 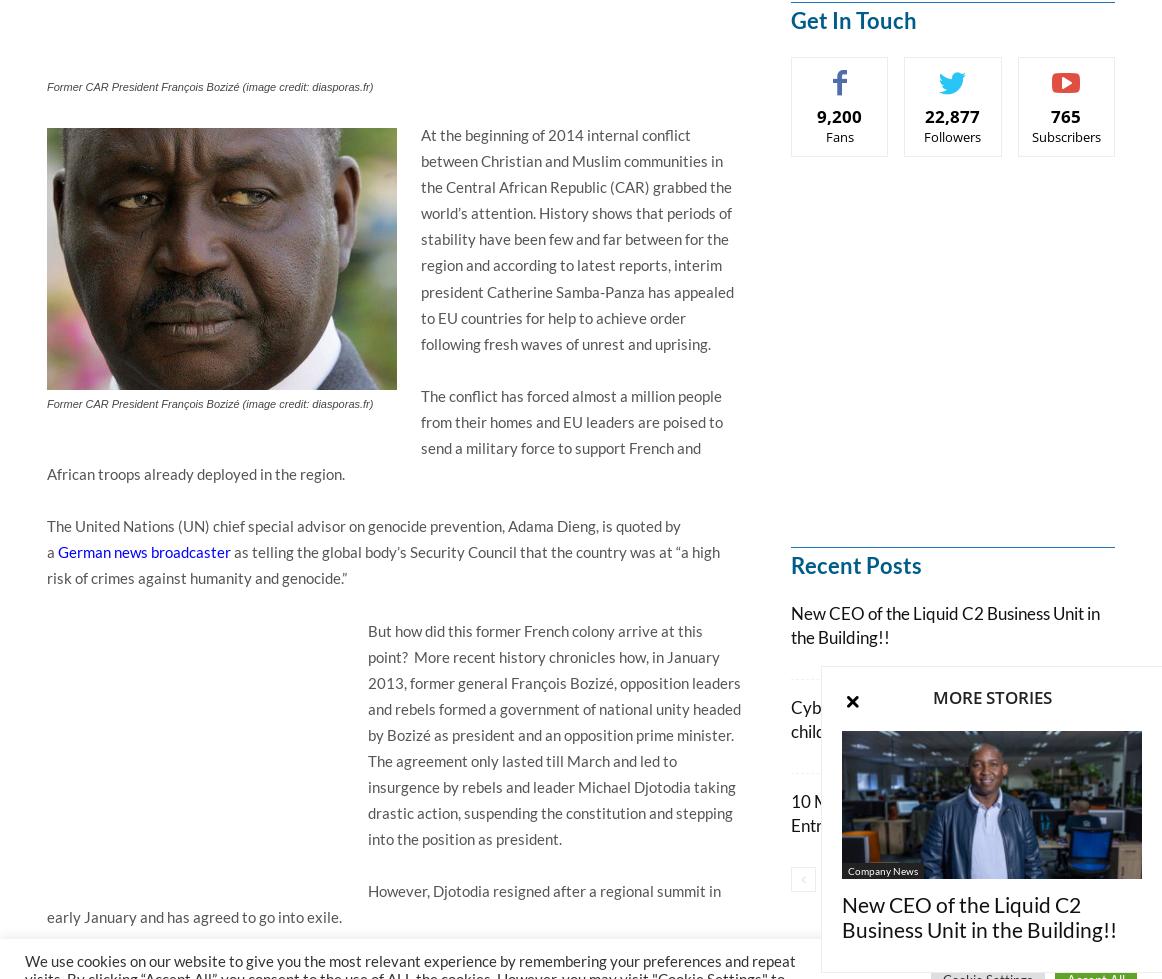 I want to click on 'as telling the global body’s Security Council that the country was at “a high risk of crimes against humanity and genocide.”', so click(x=382, y=563).